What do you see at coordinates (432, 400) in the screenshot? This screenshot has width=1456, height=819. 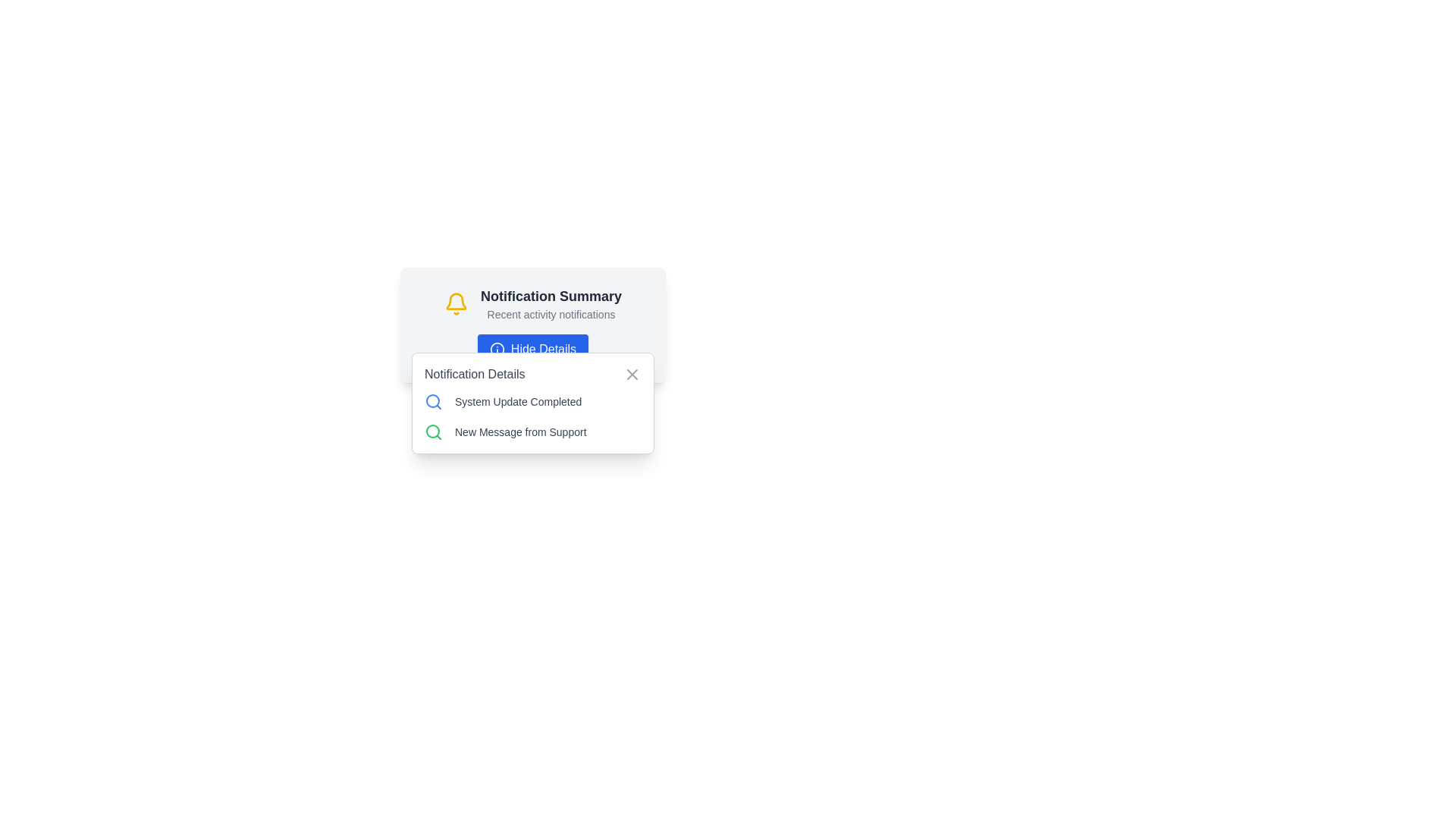 I see `the circular lens icon of the magnifying glass in the notification list` at bounding box center [432, 400].